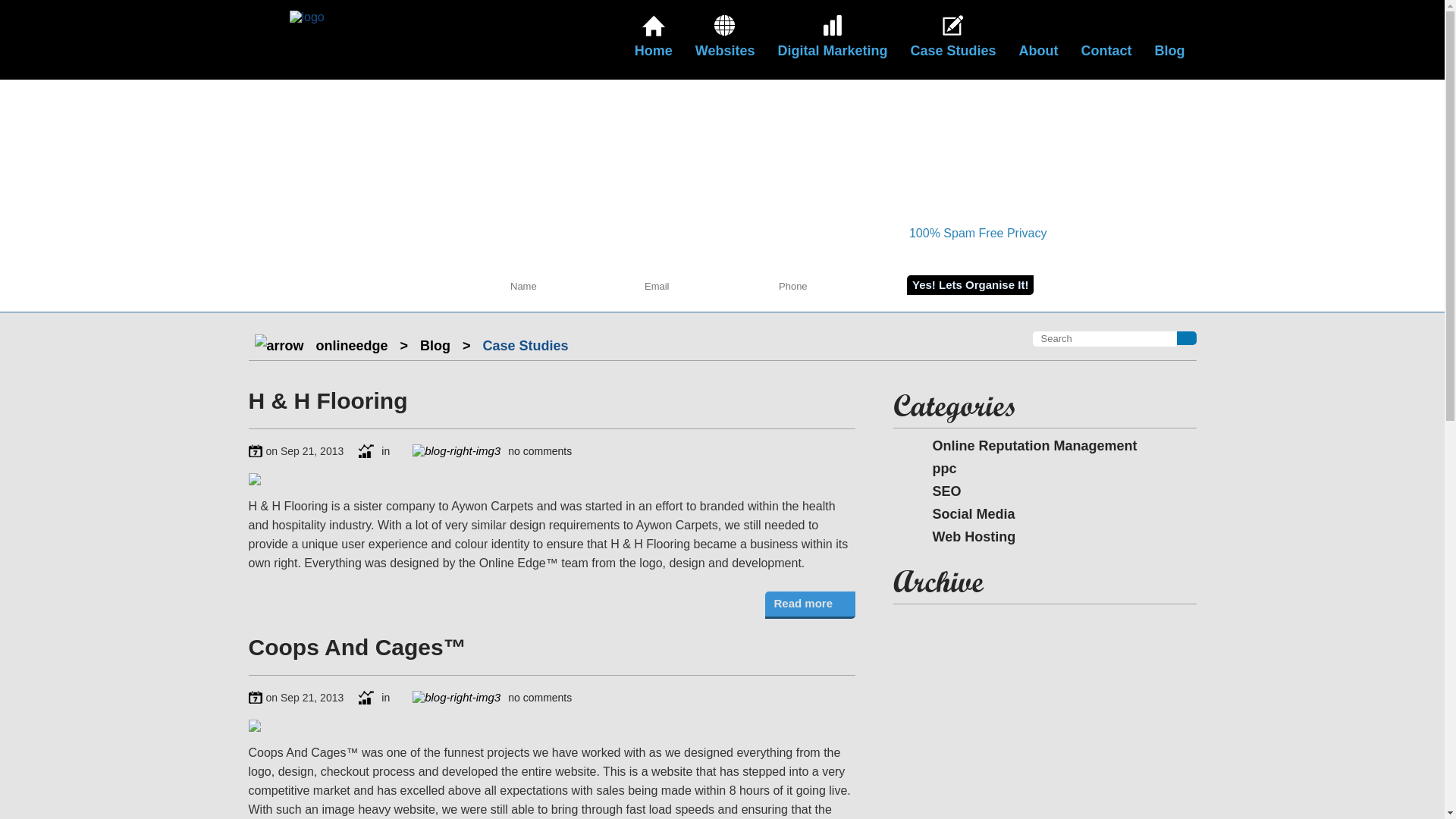 This screenshot has width=1456, height=819. Describe the element at coordinates (724, 39) in the screenshot. I see `'Websites'` at that location.